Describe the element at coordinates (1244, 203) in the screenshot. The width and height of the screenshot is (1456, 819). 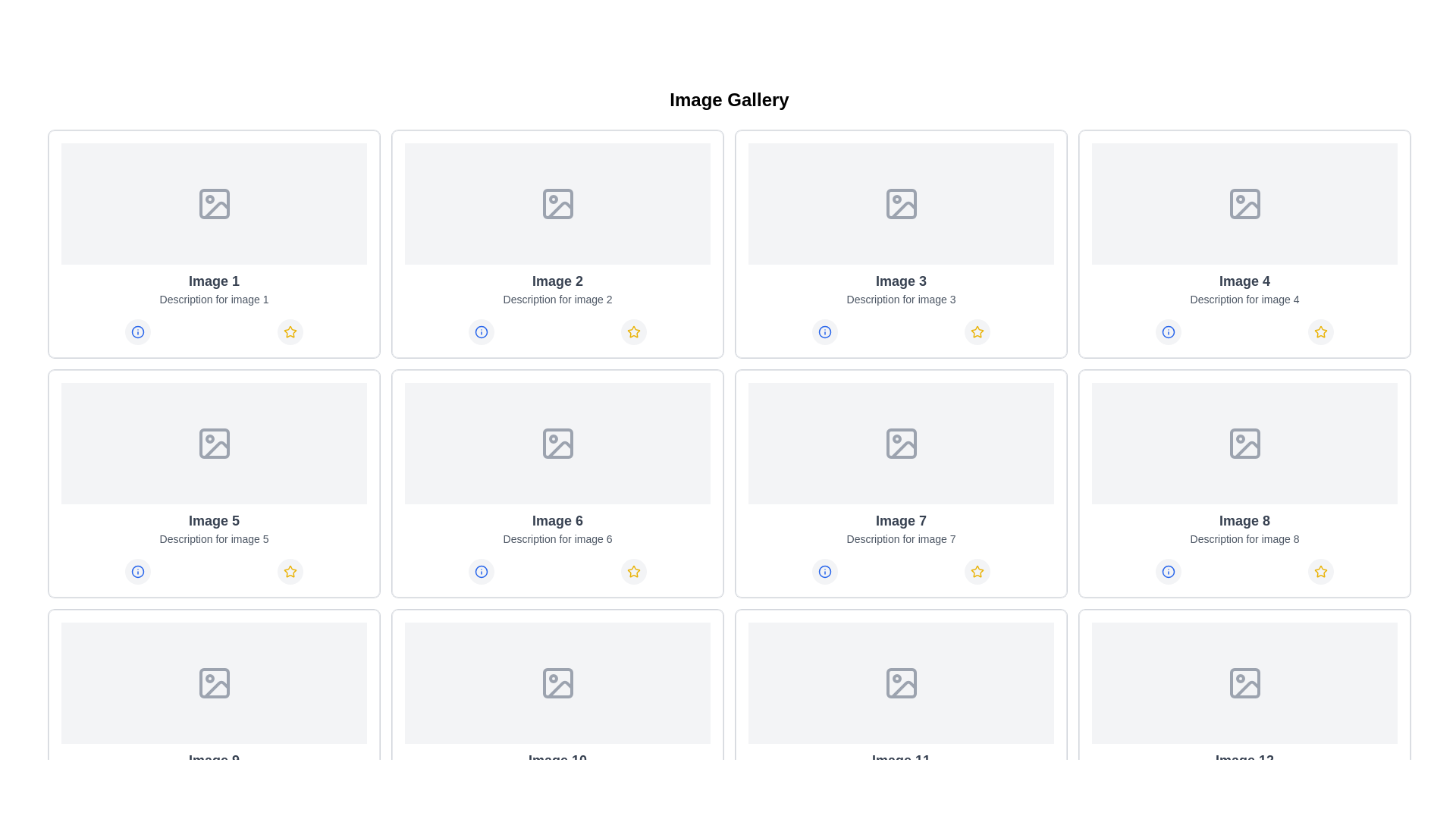
I see `the stylized icon resembling a sun or moon with a mountain shape, located in the center of the fourth image card labeled 'Image 4'` at that location.